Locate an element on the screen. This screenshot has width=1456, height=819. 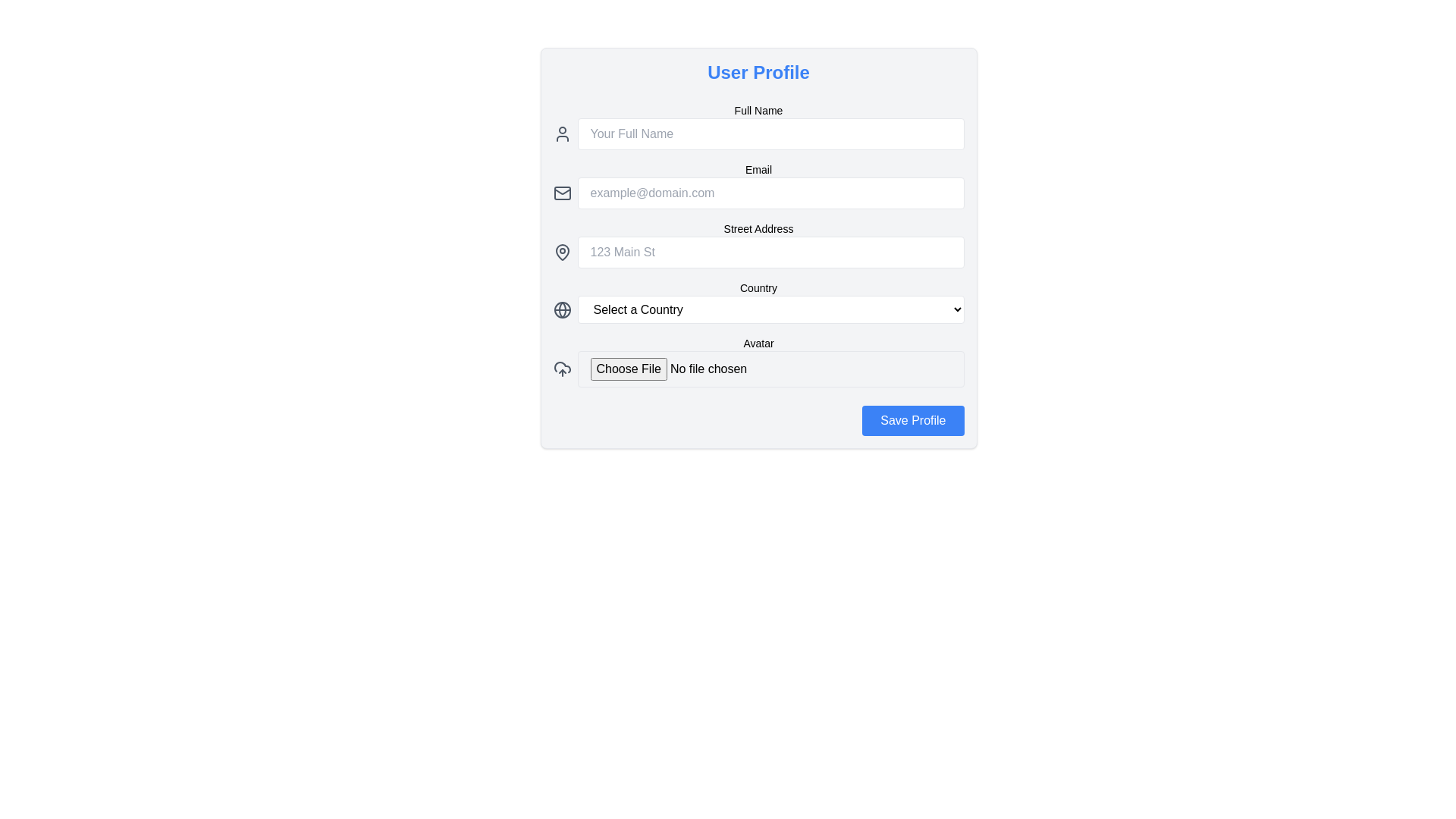
the central circular graphical element of the globe icon next to the 'Country' selection dropdown in the 'User Profile' form is located at coordinates (561, 309).